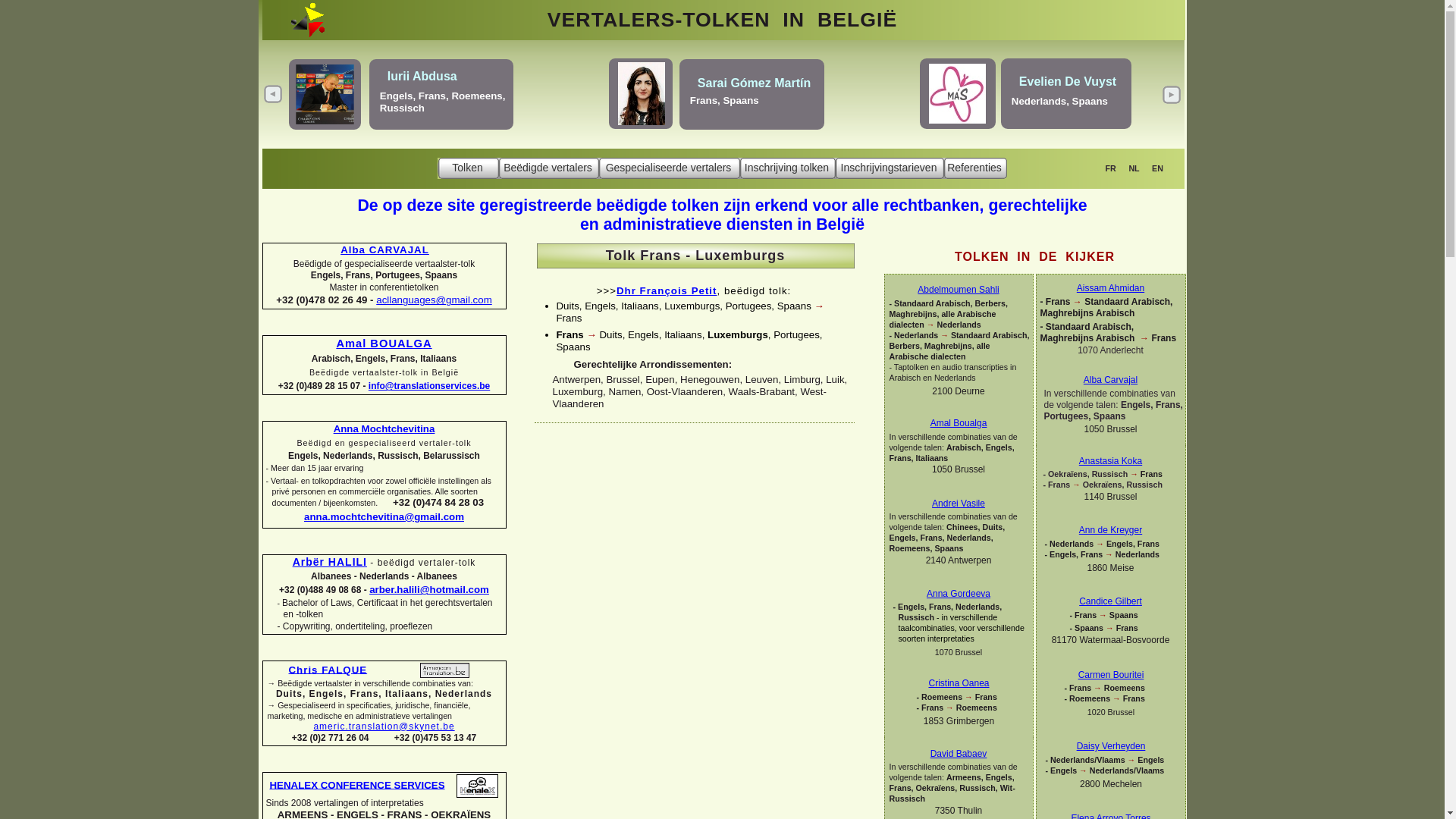 This screenshot has height=819, width=1456. I want to click on 'Inschrijvingstarieven', so click(890, 168).